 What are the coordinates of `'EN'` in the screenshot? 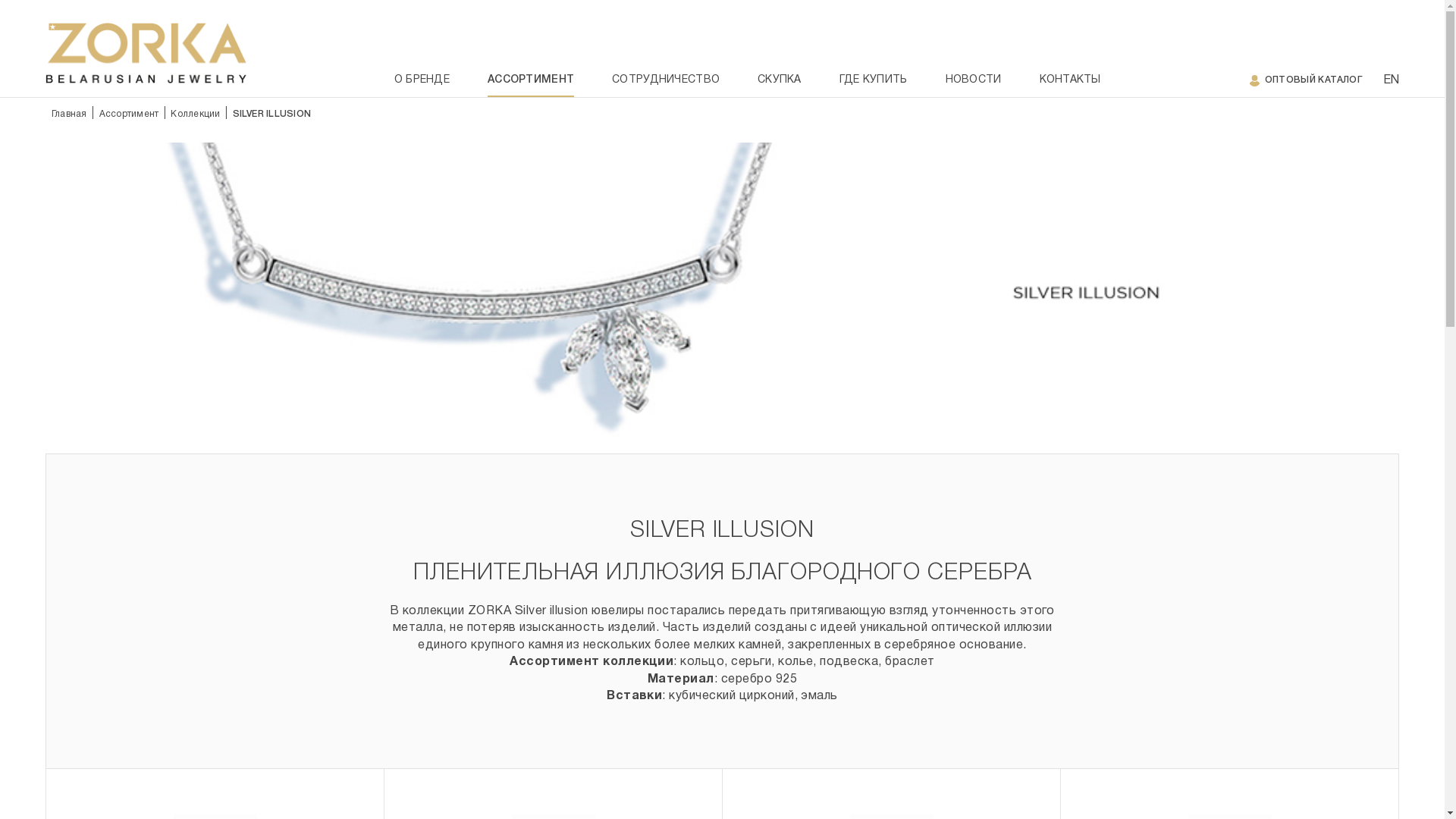 It's located at (1391, 80).